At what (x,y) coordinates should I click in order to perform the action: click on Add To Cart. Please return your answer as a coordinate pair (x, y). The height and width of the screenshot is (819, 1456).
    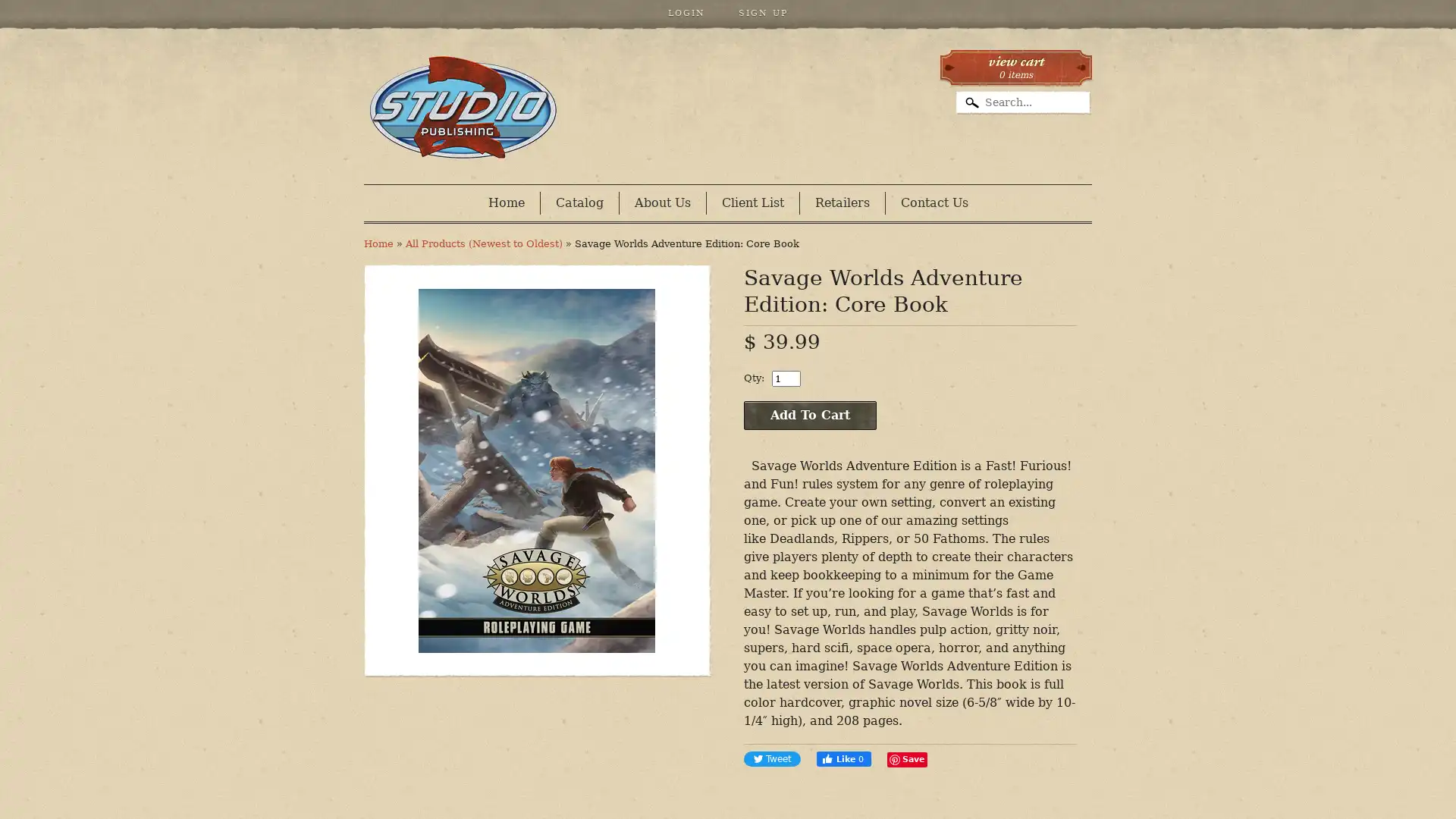
    Looking at the image, I should click on (809, 415).